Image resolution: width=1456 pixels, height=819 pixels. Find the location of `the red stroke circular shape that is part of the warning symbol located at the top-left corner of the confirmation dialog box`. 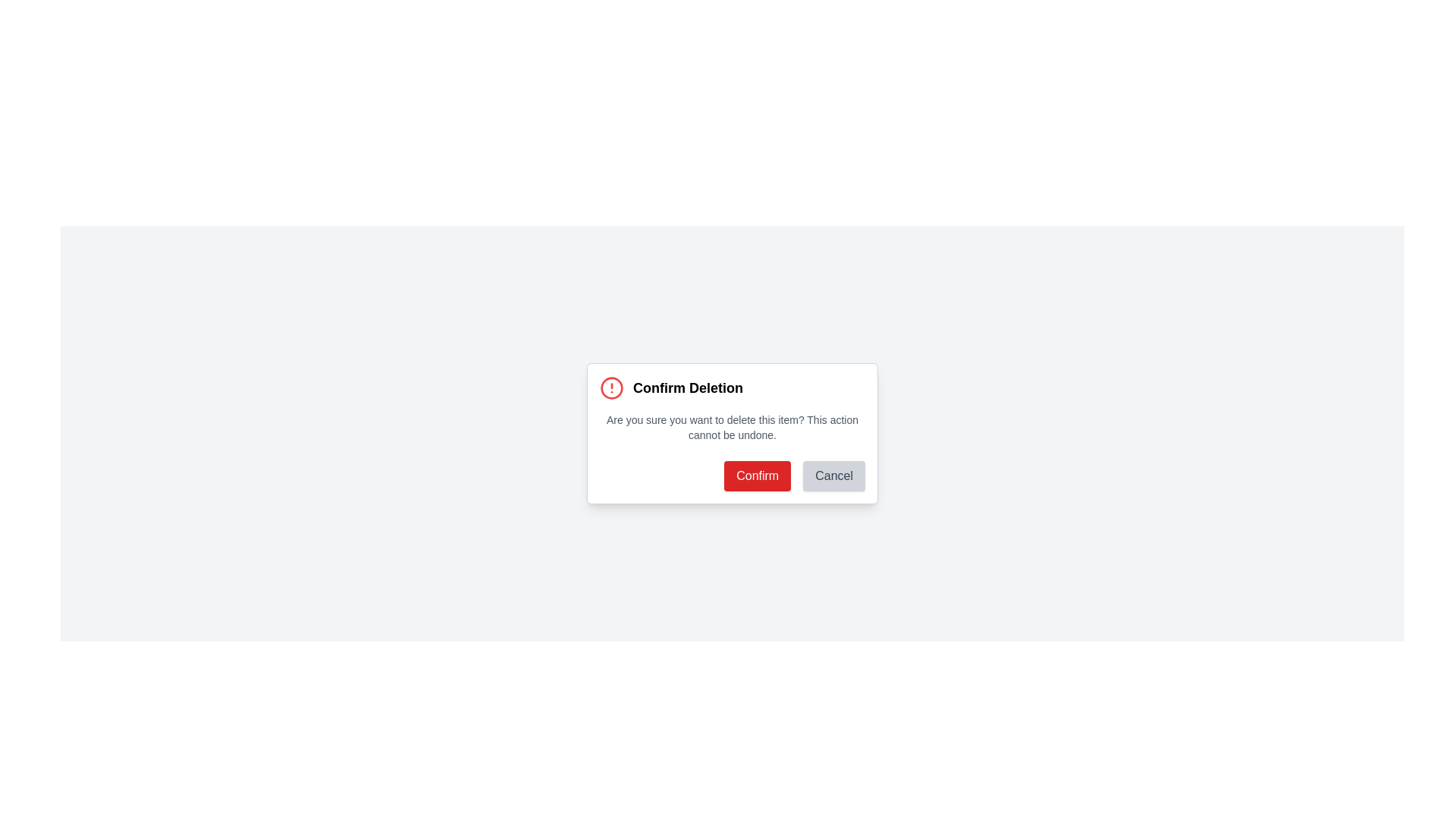

the red stroke circular shape that is part of the warning symbol located at the top-left corner of the confirmation dialog box is located at coordinates (611, 386).